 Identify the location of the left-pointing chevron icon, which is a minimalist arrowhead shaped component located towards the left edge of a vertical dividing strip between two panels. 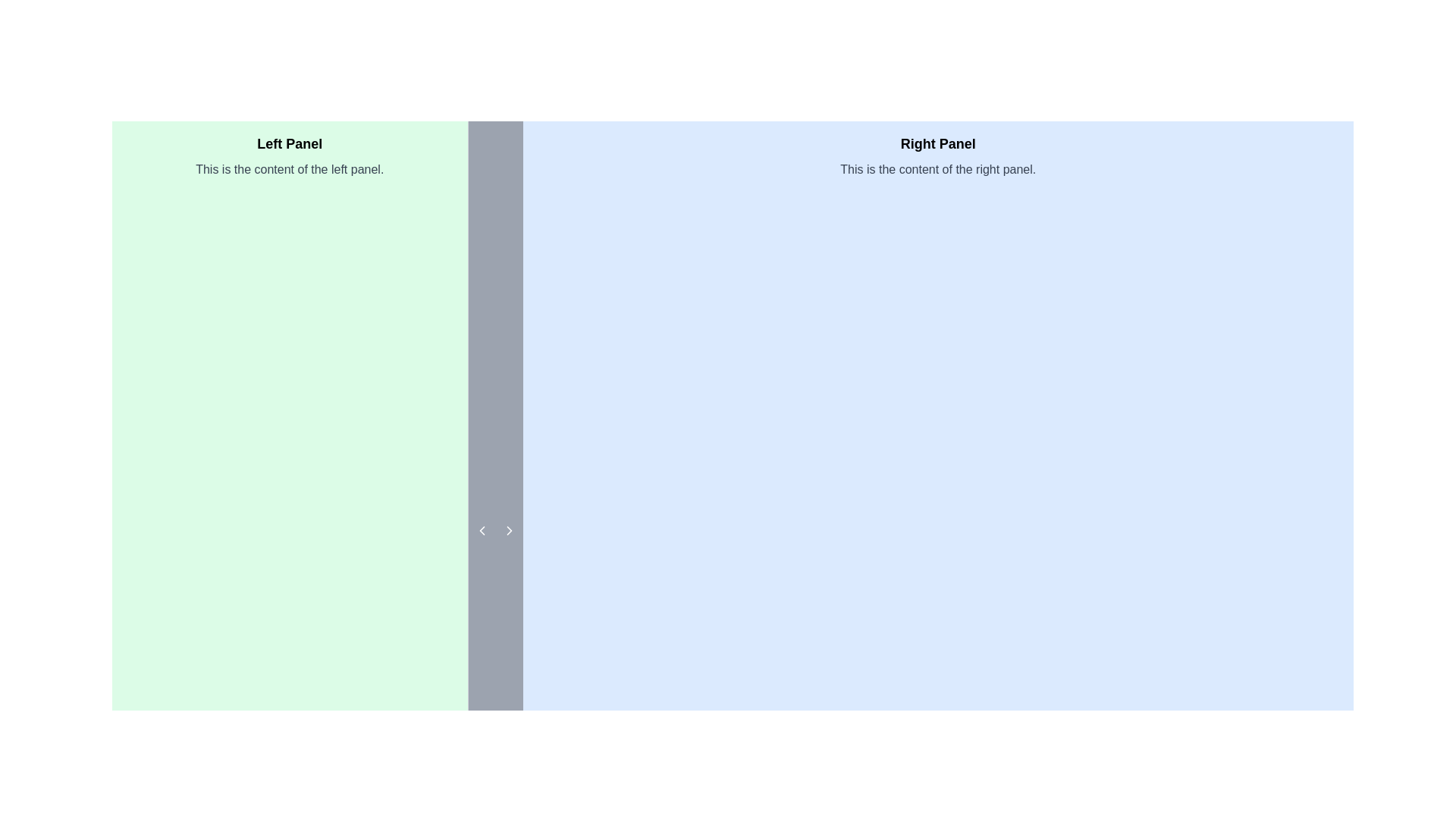
(481, 529).